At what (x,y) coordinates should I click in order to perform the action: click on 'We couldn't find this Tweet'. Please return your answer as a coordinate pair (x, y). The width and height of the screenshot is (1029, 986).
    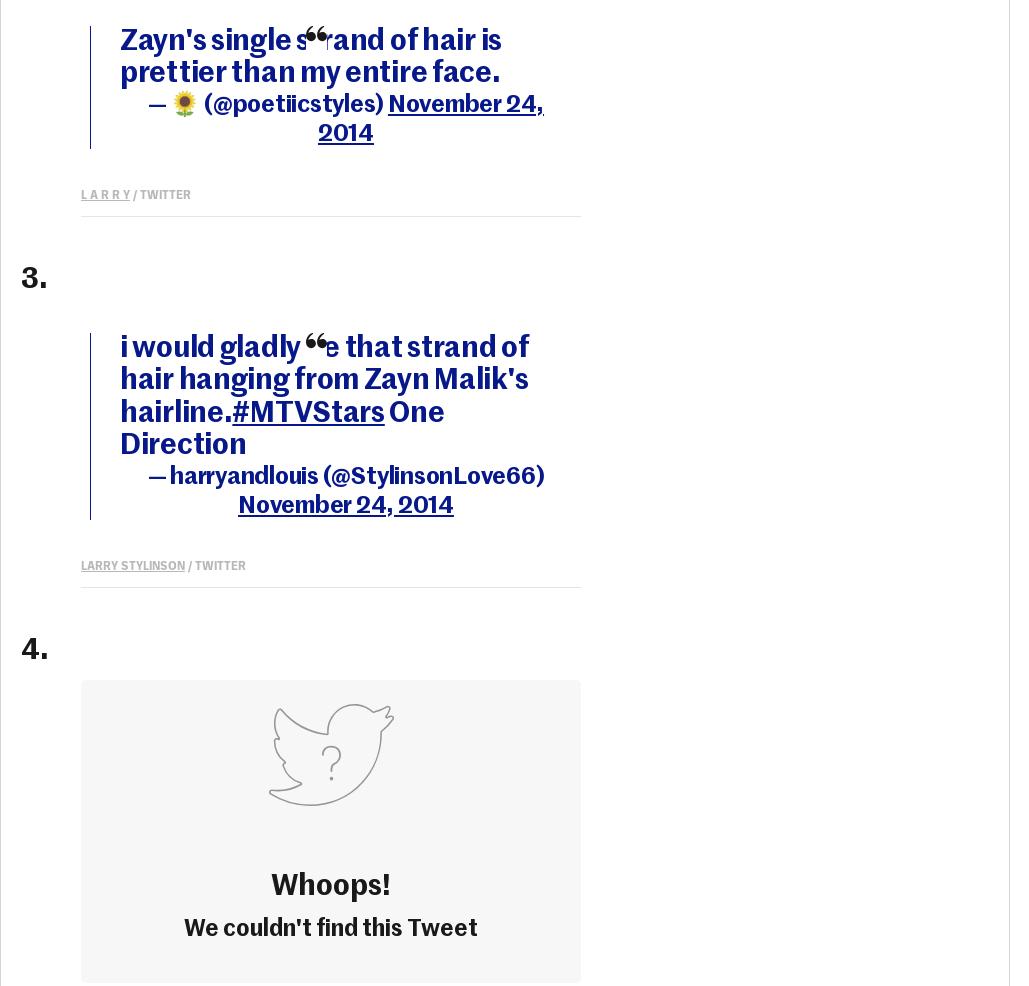
    Looking at the image, I should click on (331, 928).